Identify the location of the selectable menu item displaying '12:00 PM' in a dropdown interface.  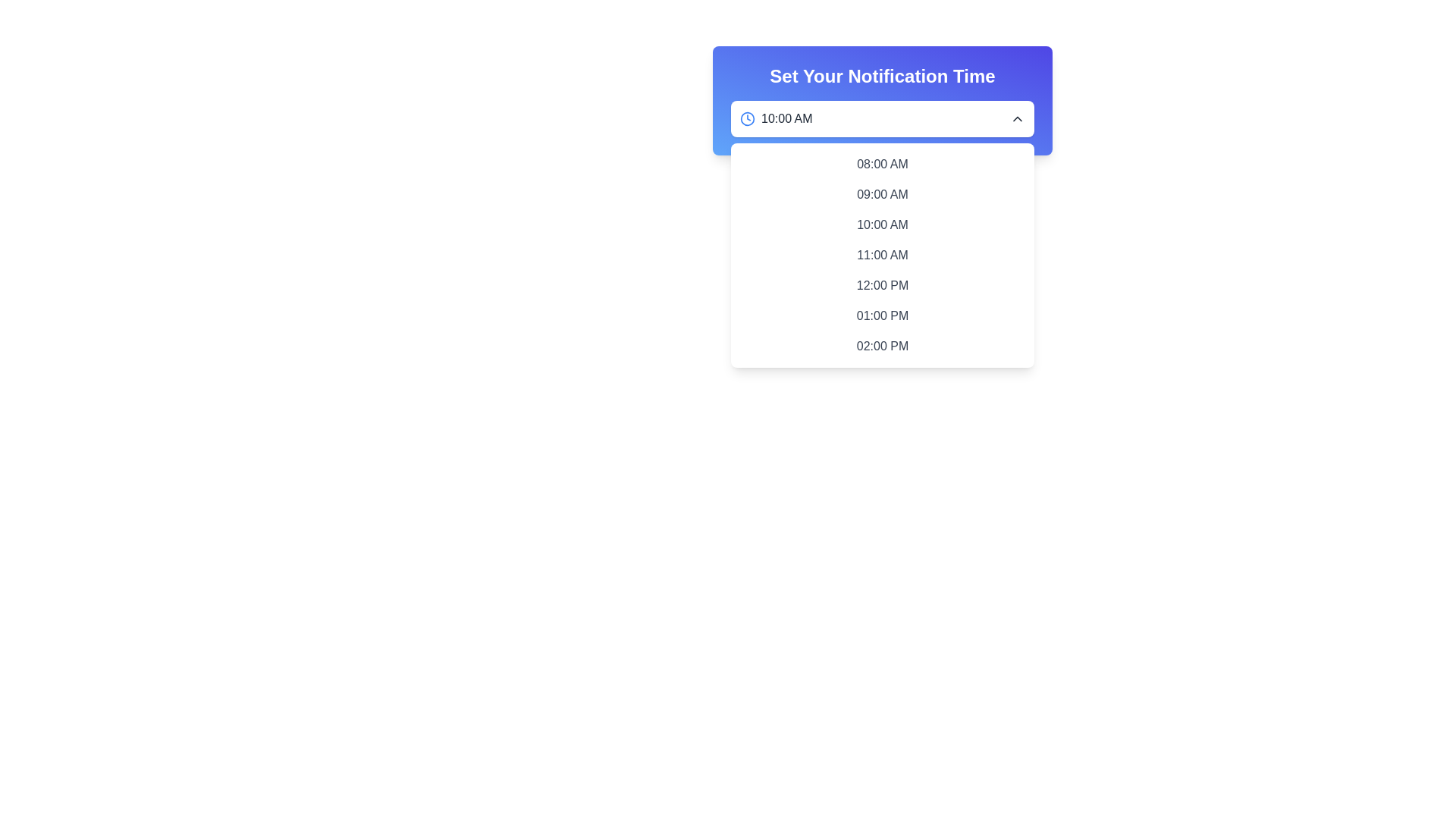
(882, 286).